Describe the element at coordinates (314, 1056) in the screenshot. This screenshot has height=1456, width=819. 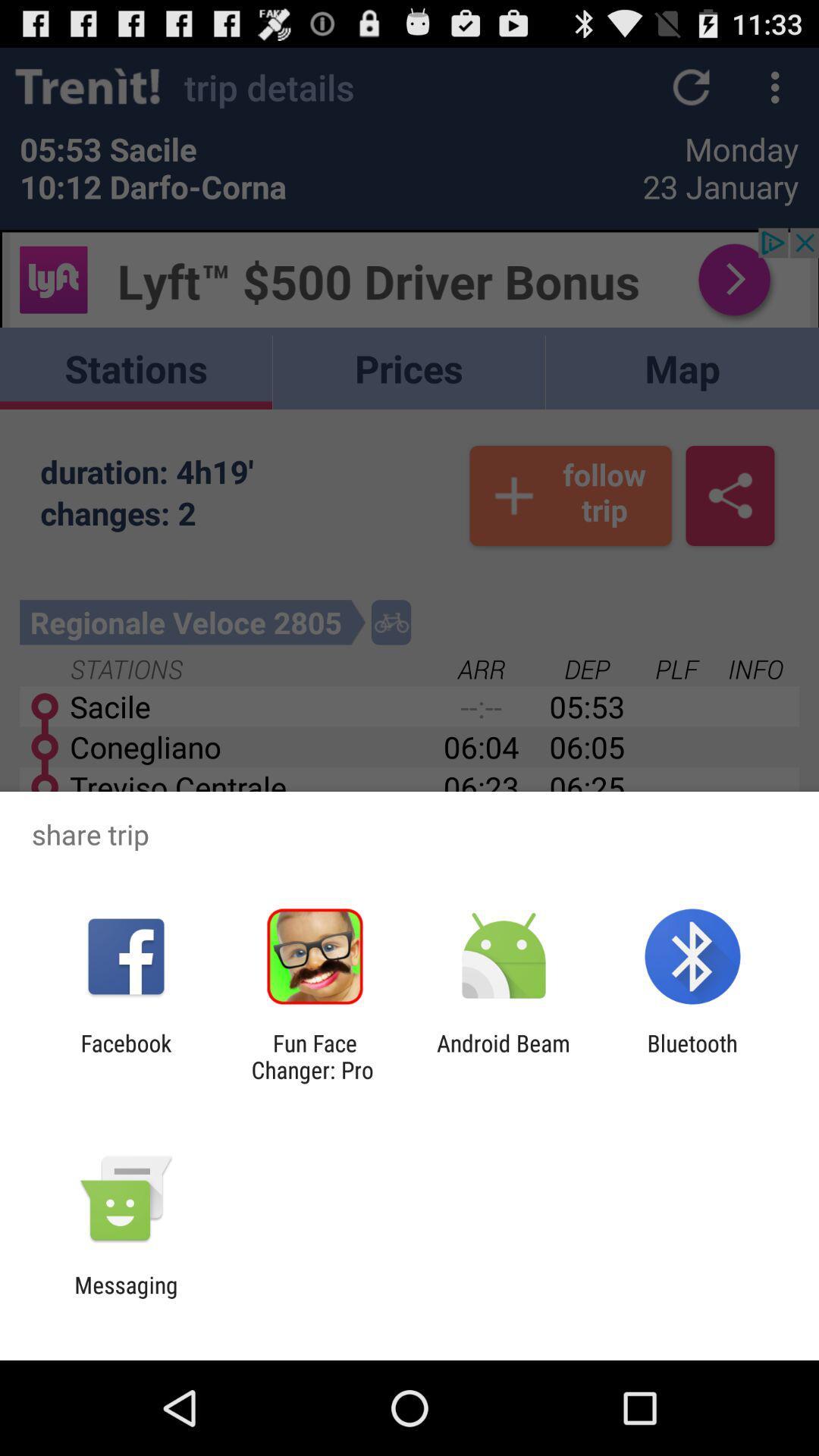
I see `the fun face changer` at that location.